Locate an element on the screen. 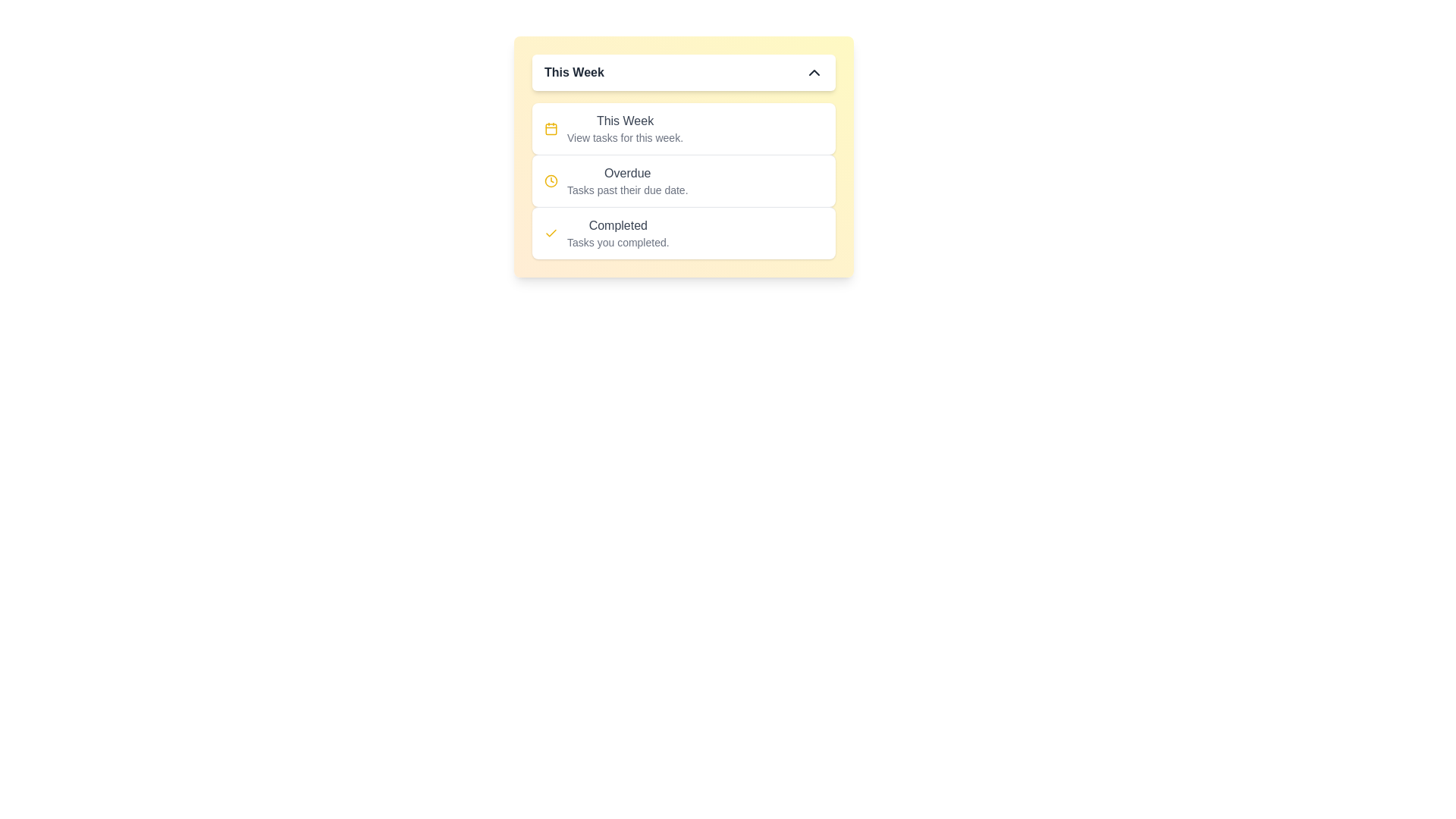 The width and height of the screenshot is (1456, 819). the task category This Week by clicking on the corresponding item in the list is located at coordinates (683, 127).